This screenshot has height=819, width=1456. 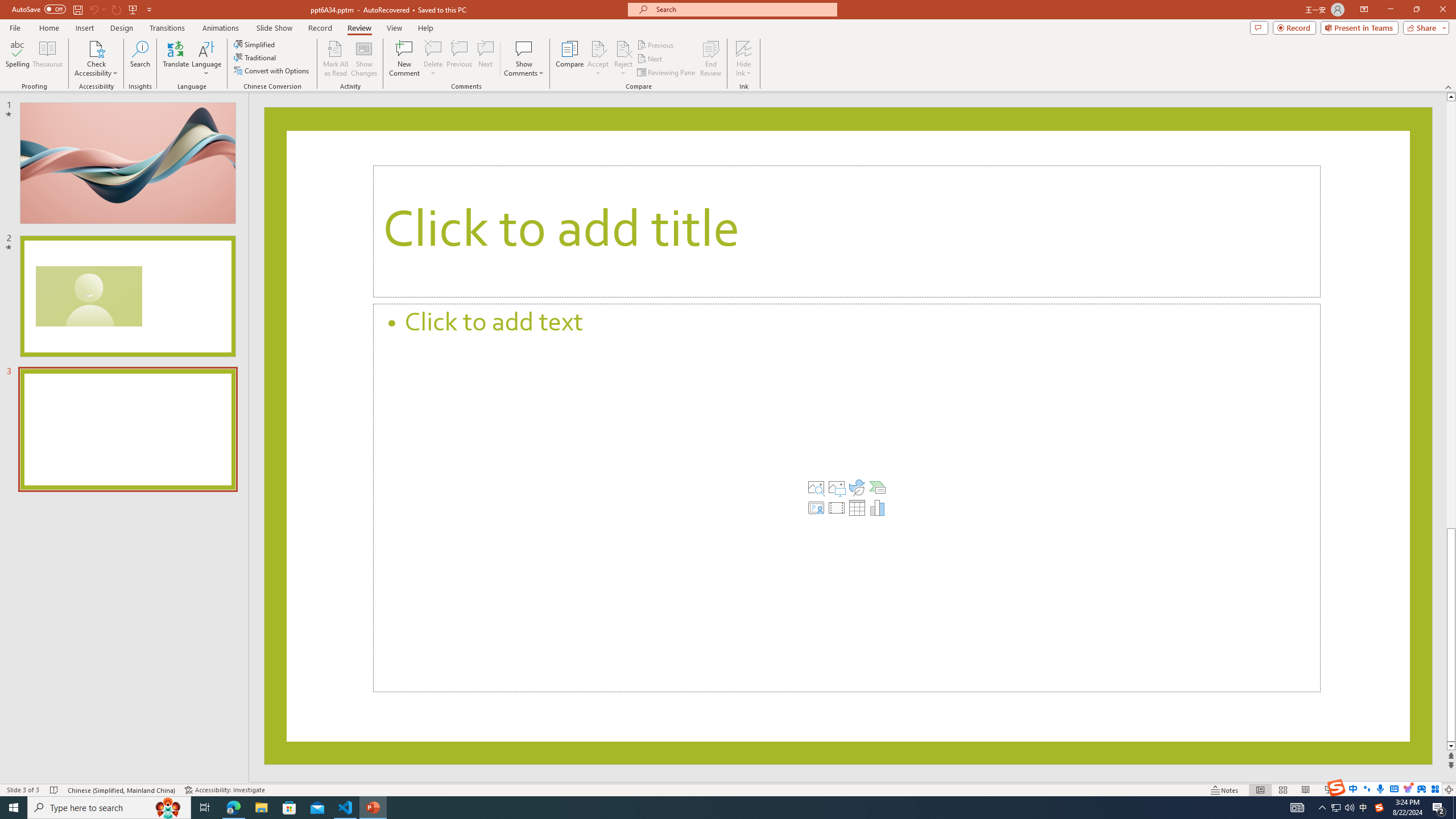 What do you see at coordinates (598, 59) in the screenshot?
I see `'Accept'` at bounding box center [598, 59].